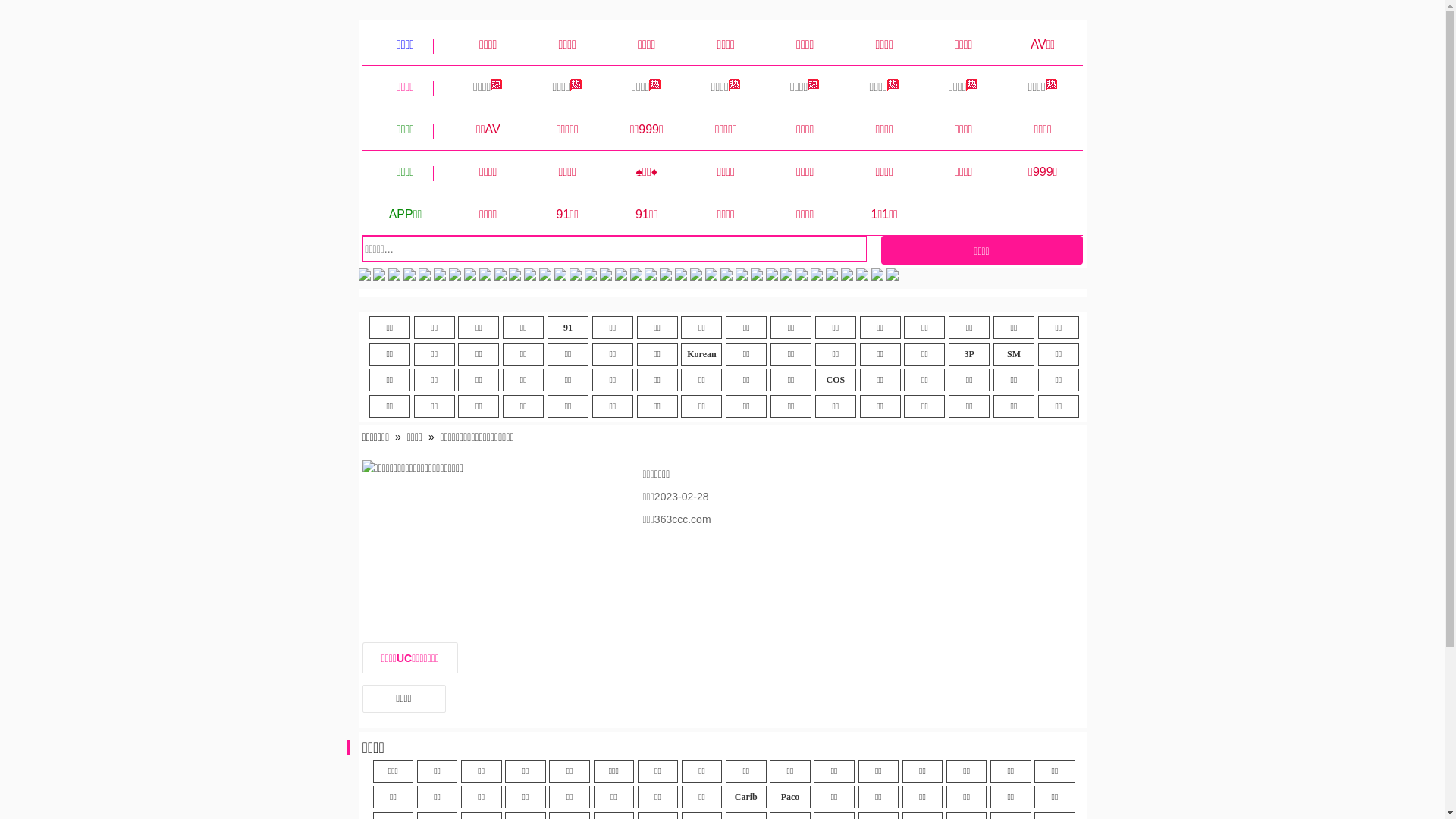 Image resolution: width=1456 pixels, height=819 pixels. What do you see at coordinates (948, 353) in the screenshot?
I see `'3P'` at bounding box center [948, 353].